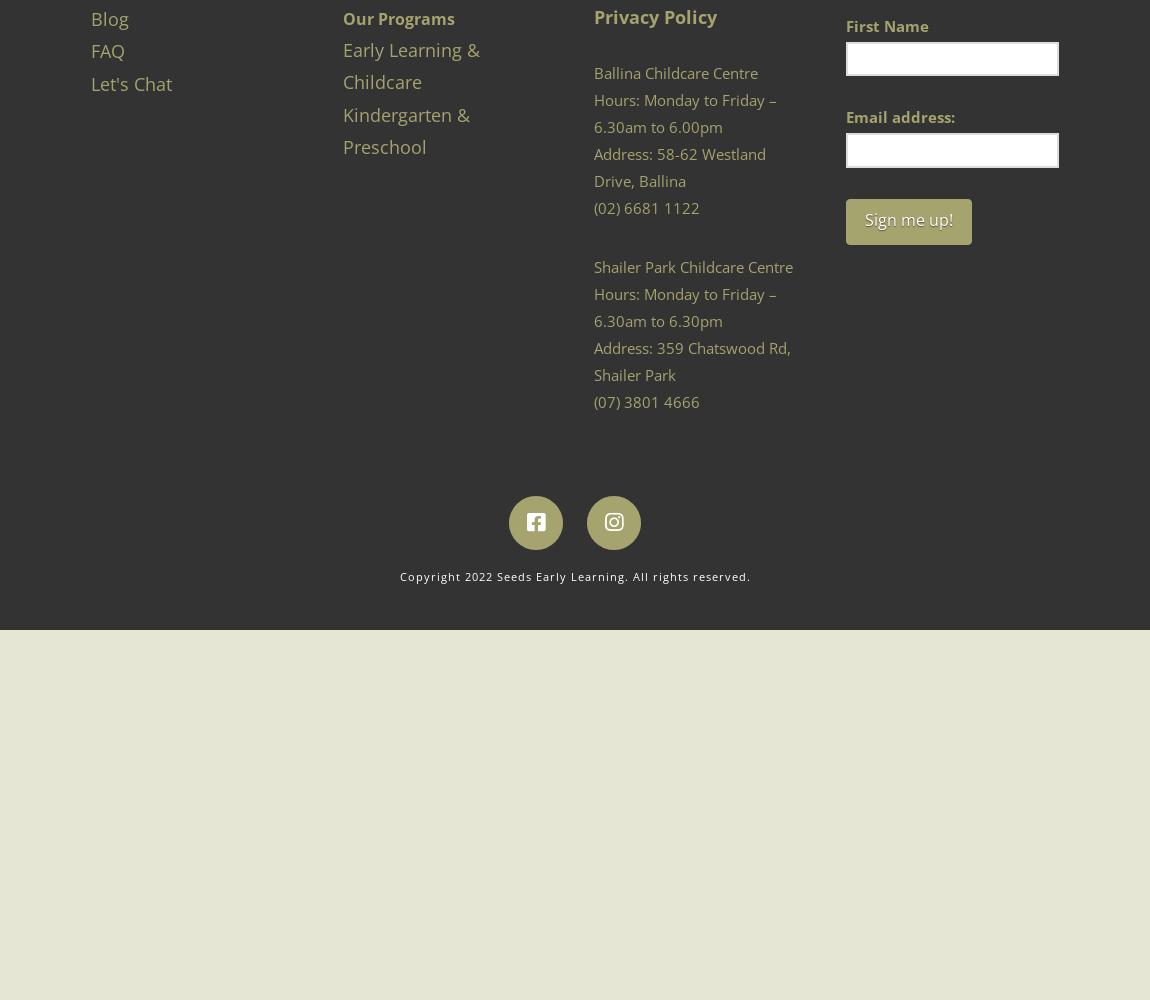 The image size is (1150, 1000). What do you see at coordinates (900, 116) in the screenshot?
I see `'Email address:'` at bounding box center [900, 116].